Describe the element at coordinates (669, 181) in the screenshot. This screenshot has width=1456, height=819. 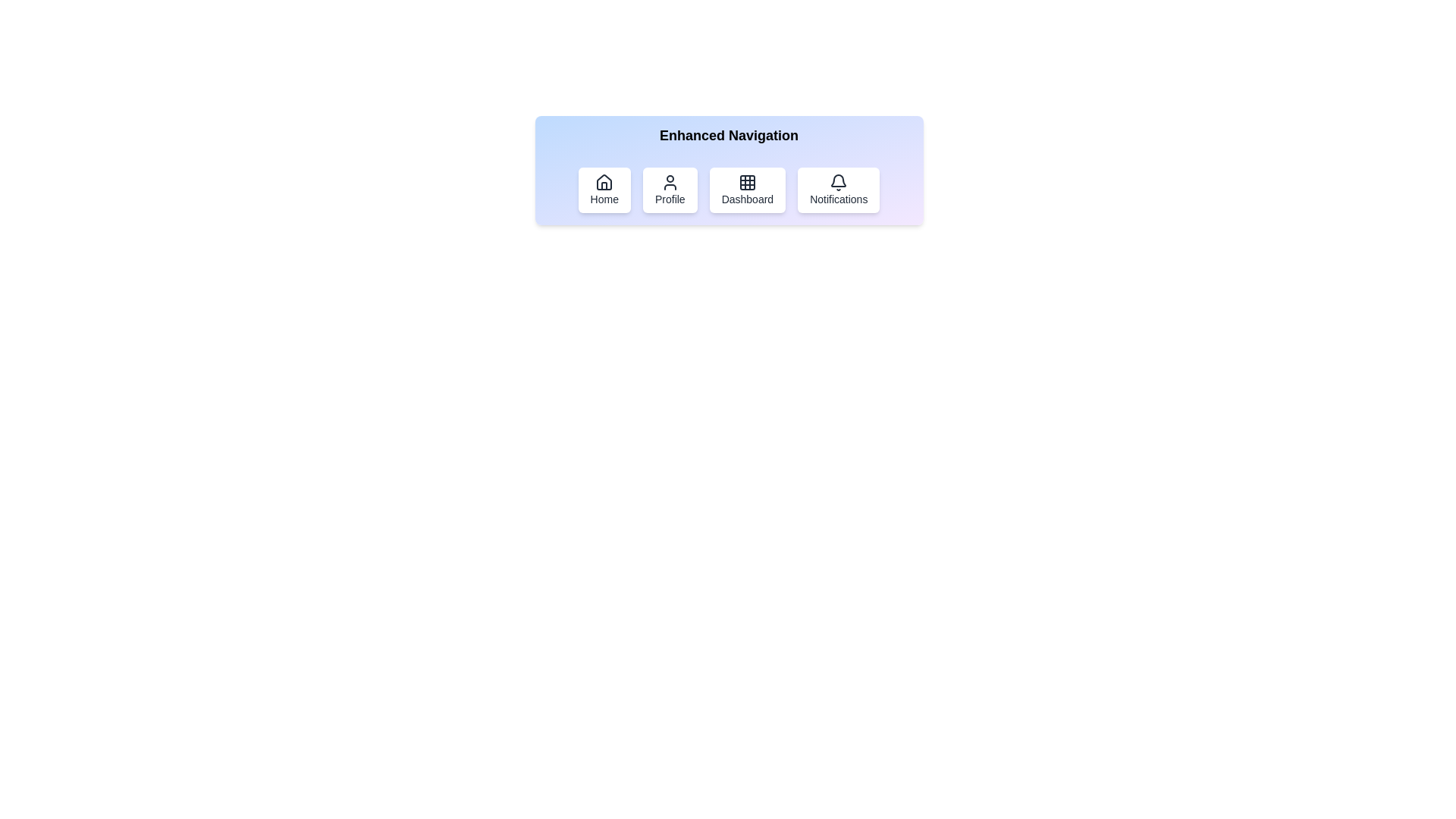
I see `the 'Profile' button` at that location.